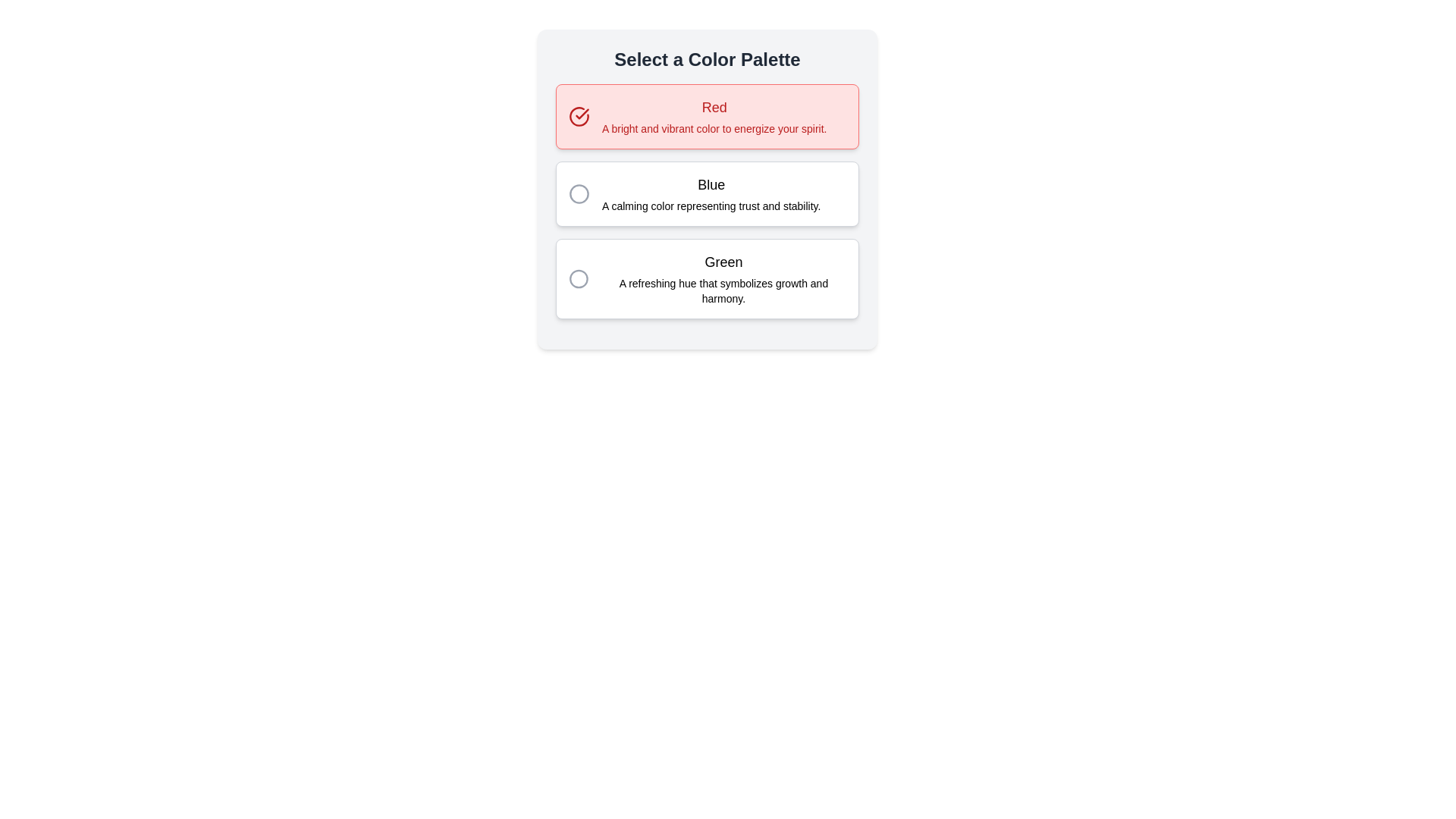 The image size is (1456, 819). What do you see at coordinates (723, 291) in the screenshot?
I see `the text label that contains 'A refreshing hue that symbolizes growth and harmony.' located below the 'Green' title in the 'Select a Color Palette' interface` at bounding box center [723, 291].